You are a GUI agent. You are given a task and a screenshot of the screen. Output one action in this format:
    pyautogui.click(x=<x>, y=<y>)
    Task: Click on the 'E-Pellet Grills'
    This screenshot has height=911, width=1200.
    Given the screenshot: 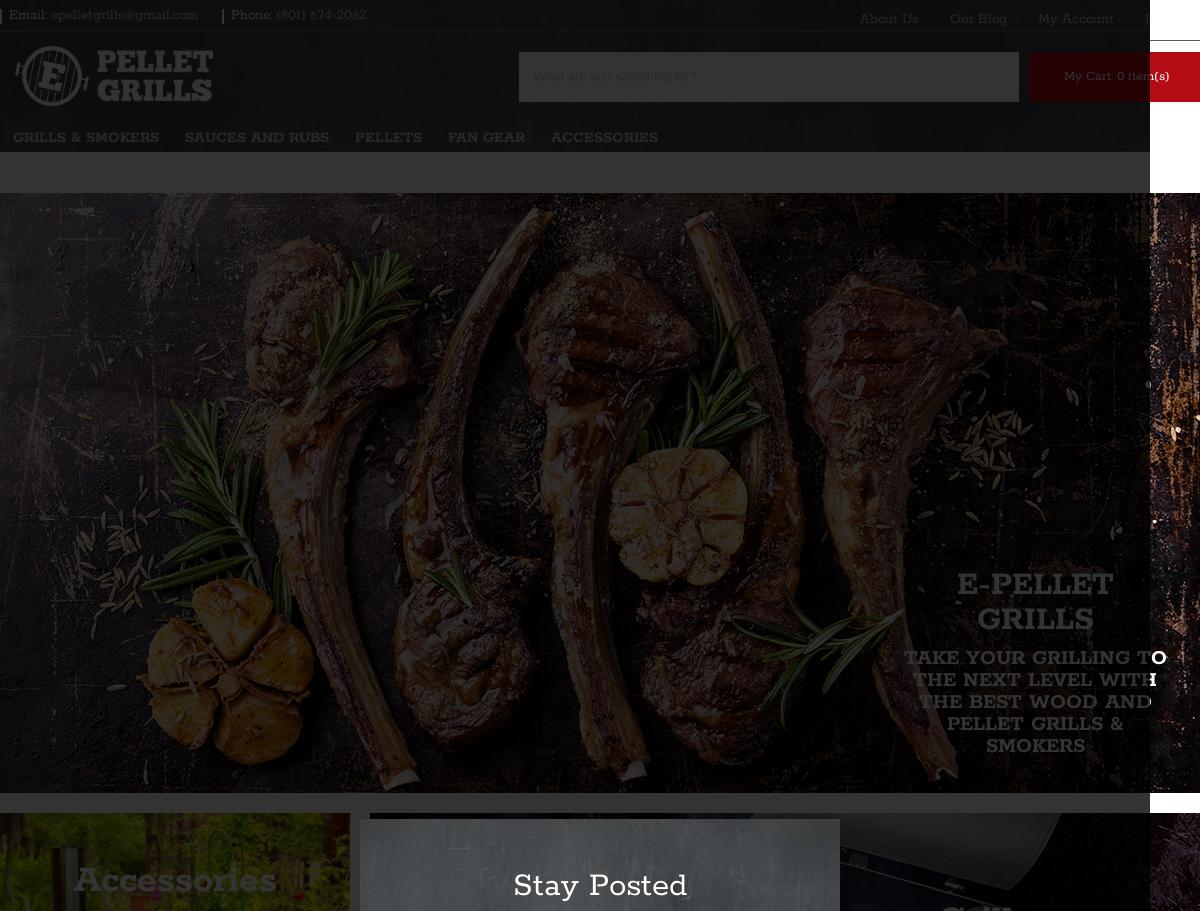 What is the action you would take?
    pyautogui.click(x=1034, y=601)
    